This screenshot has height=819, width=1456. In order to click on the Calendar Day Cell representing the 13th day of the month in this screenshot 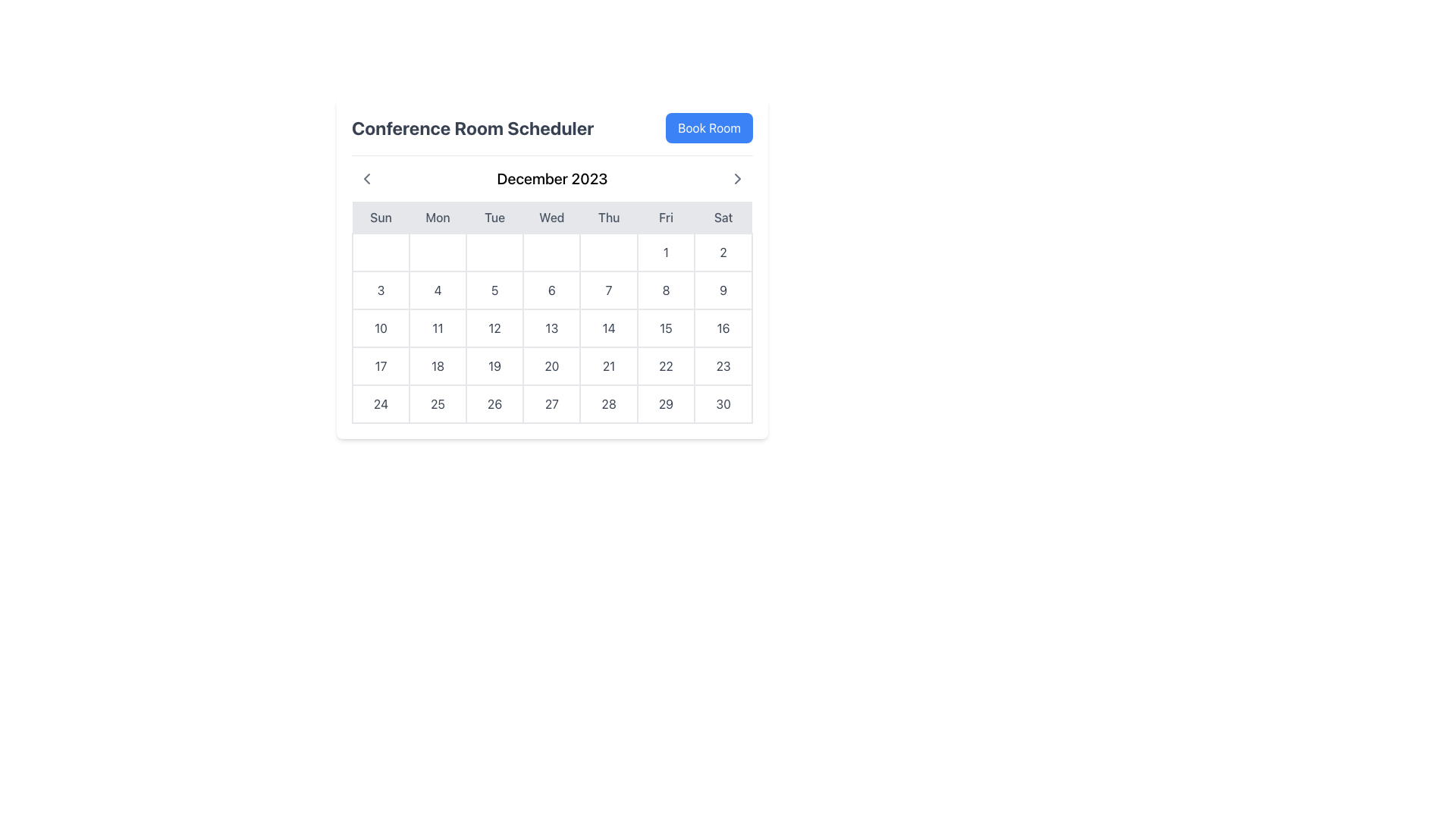, I will do `click(551, 327)`.